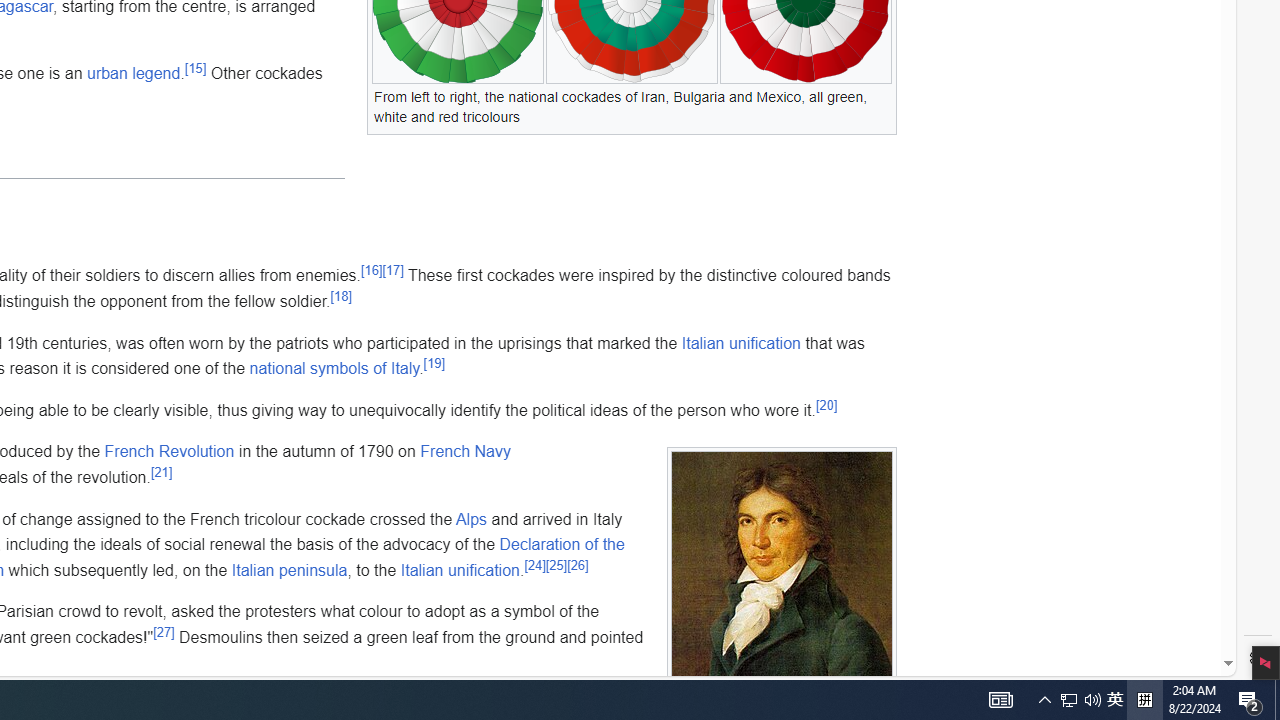 This screenshot has height=720, width=1280. I want to click on '[18]', so click(341, 295).